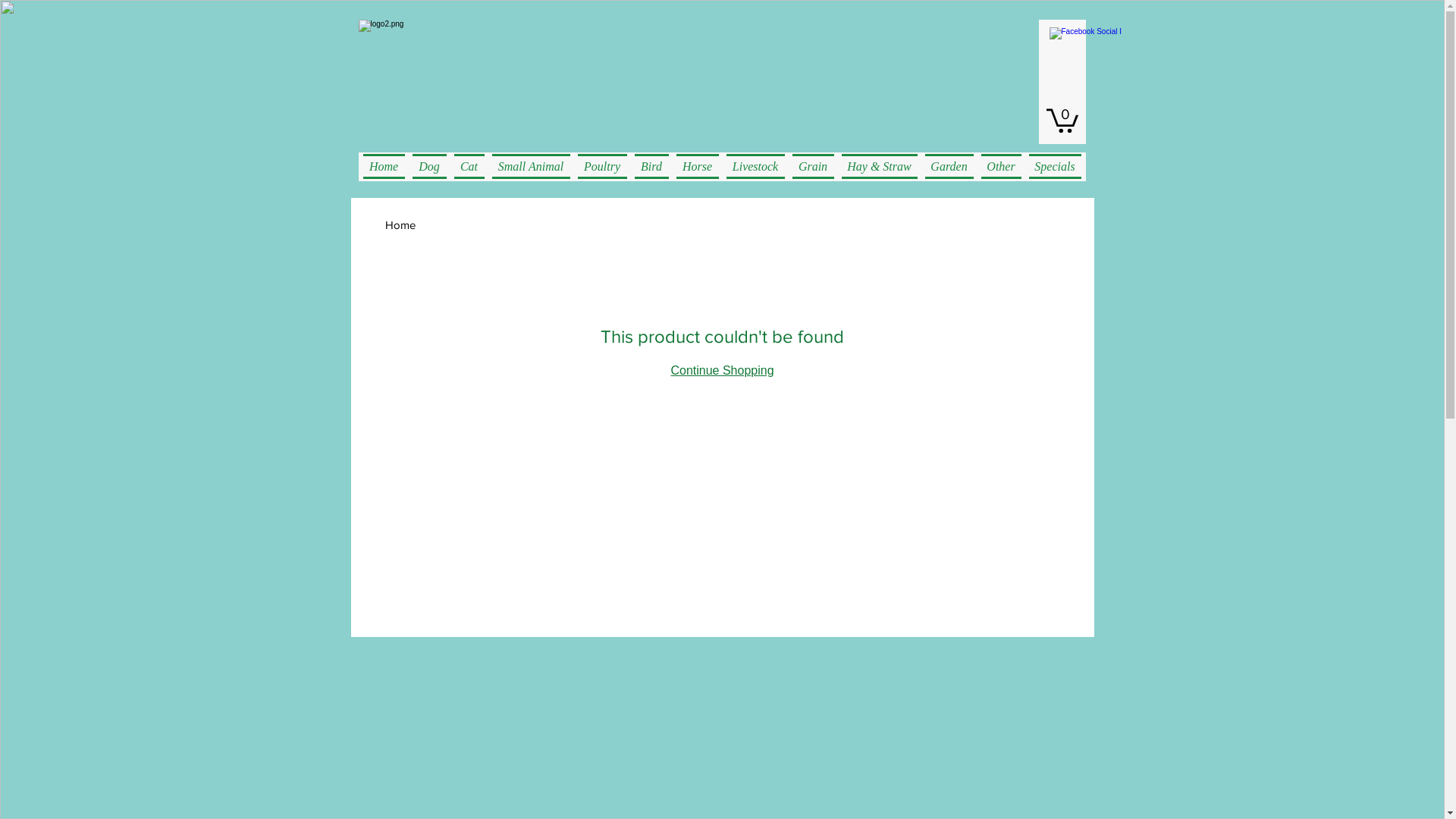 This screenshot has height=819, width=1456. What do you see at coordinates (1062, 118) in the screenshot?
I see `'0'` at bounding box center [1062, 118].